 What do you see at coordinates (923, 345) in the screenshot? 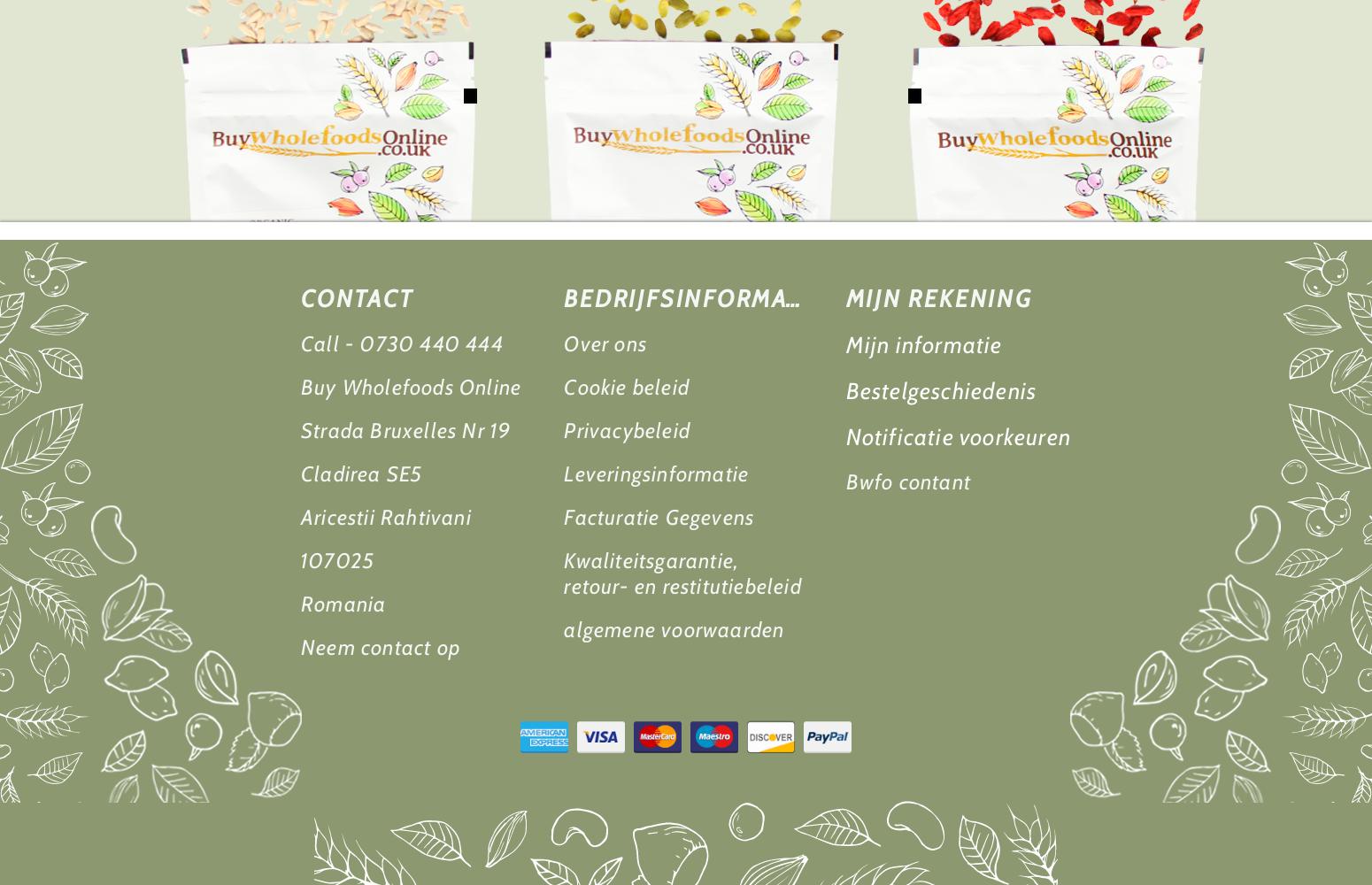
I see `'Mijn informatie'` at bounding box center [923, 345].